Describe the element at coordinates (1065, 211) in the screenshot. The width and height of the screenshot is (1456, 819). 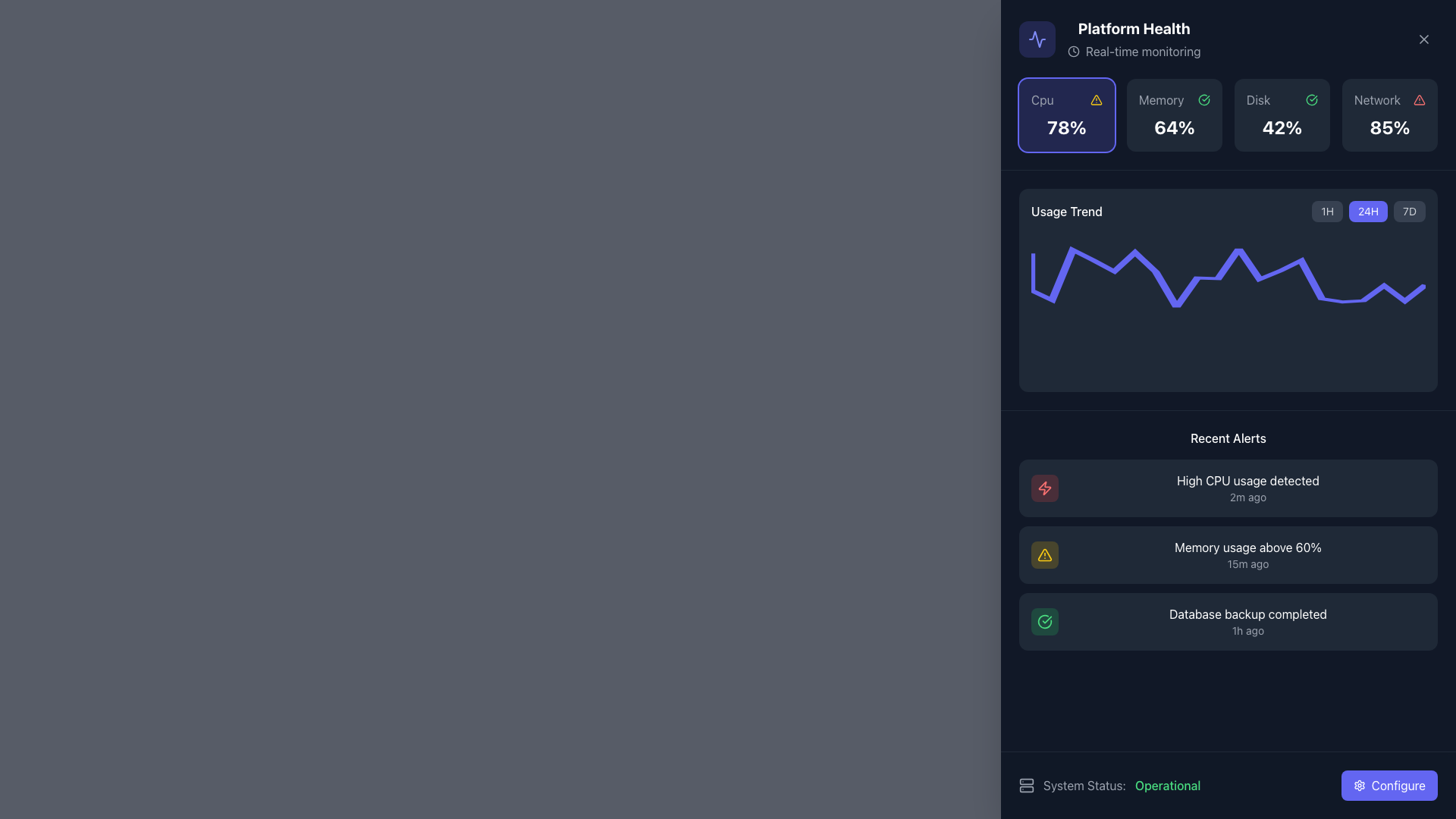
I see `the Text label that indicates the usage trend, positioned above the chart area and left of the '1H', '24H', and '7D' buttons` at that location.